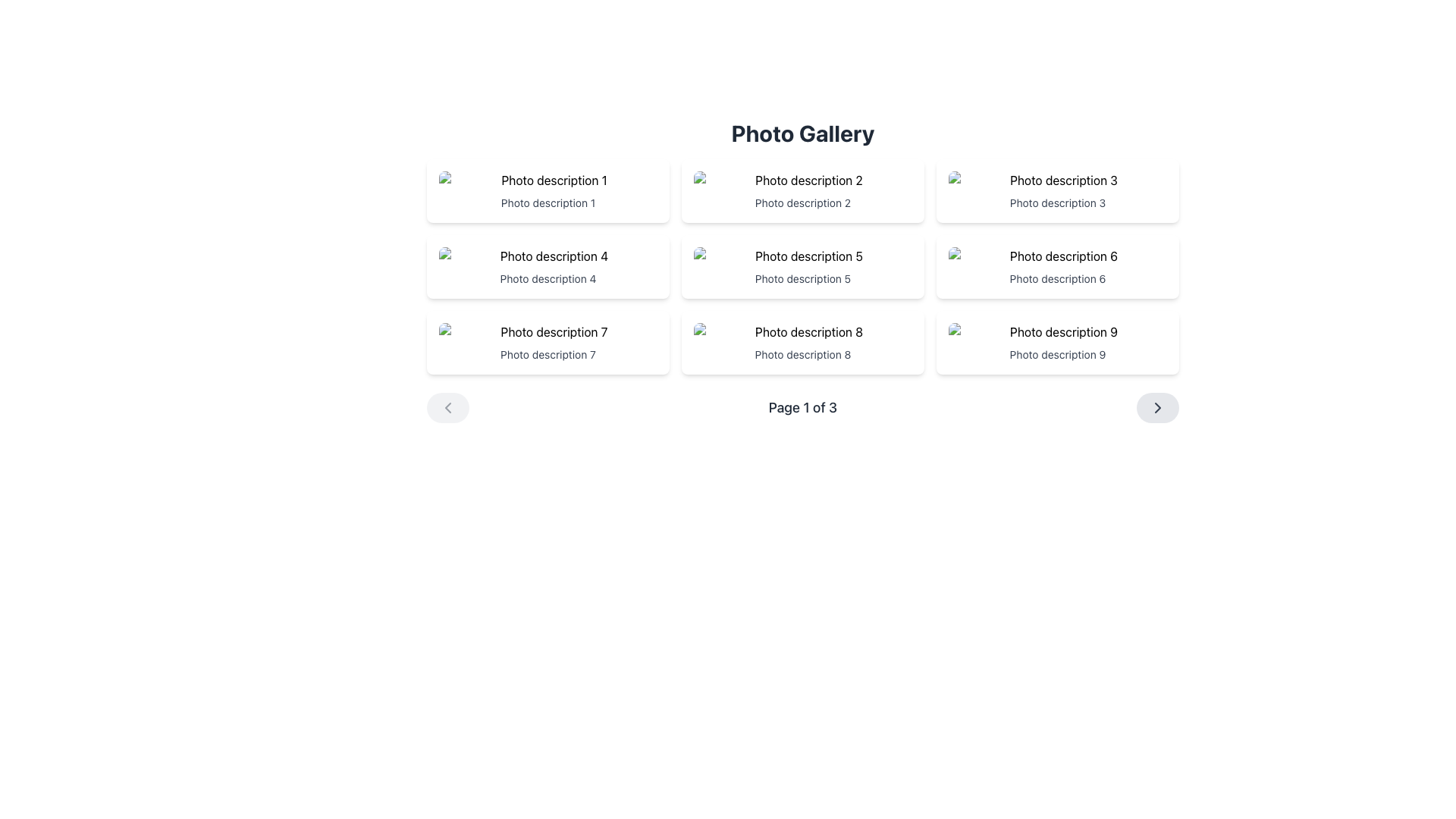 The height and width of the screenshot is (819, 1456). What do you see at coordinates (802, 331) in the screenshot?
I see `the image thumbnail located in the bottom row, middle column of the photo gallery` at bounding box center [802, 331].